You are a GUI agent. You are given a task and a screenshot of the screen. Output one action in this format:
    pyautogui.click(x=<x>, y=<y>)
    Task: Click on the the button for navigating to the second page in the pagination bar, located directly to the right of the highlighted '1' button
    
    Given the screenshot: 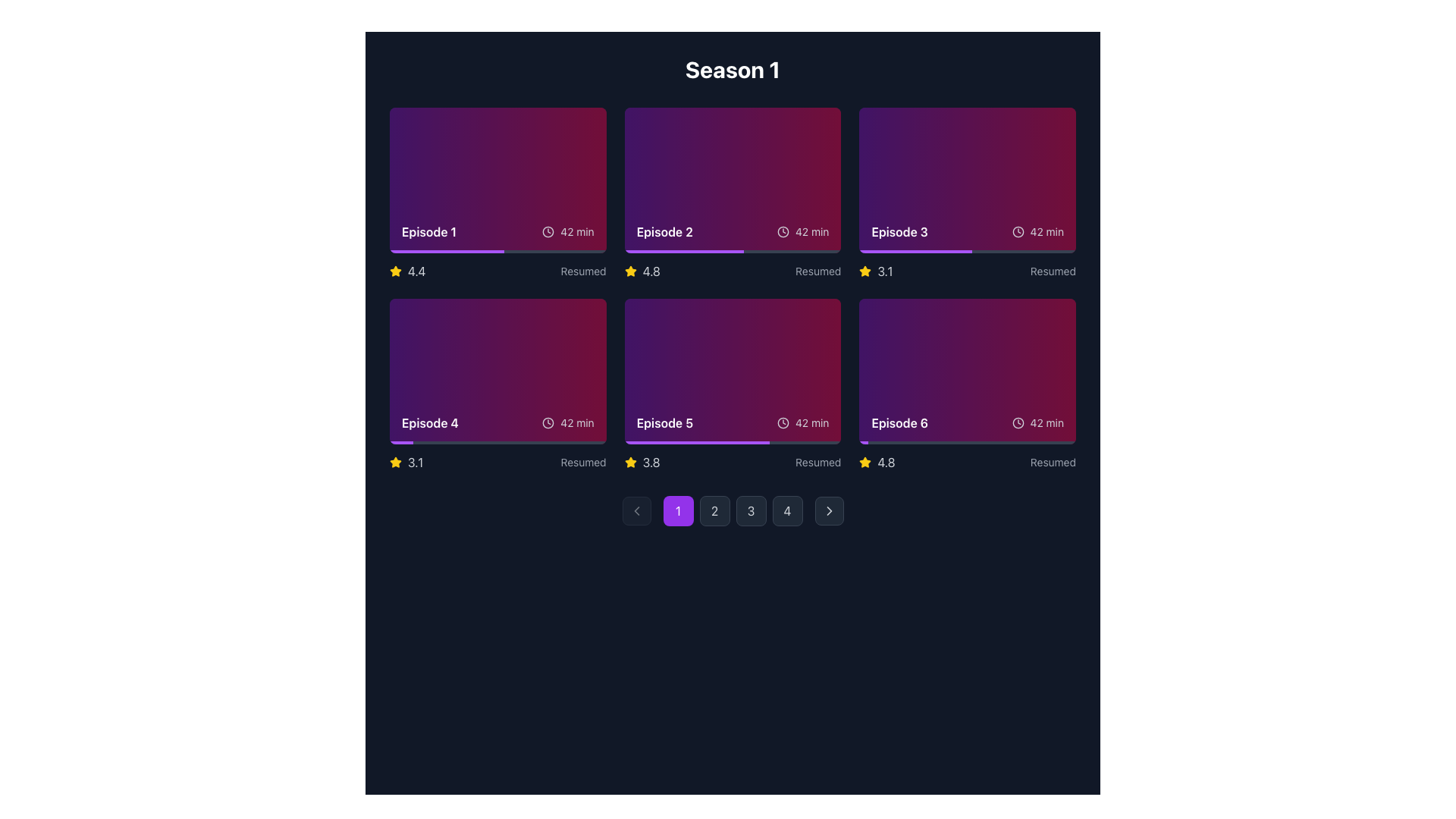 What is the action you would take?
    pyautogui.click(x=733, y=511)
    